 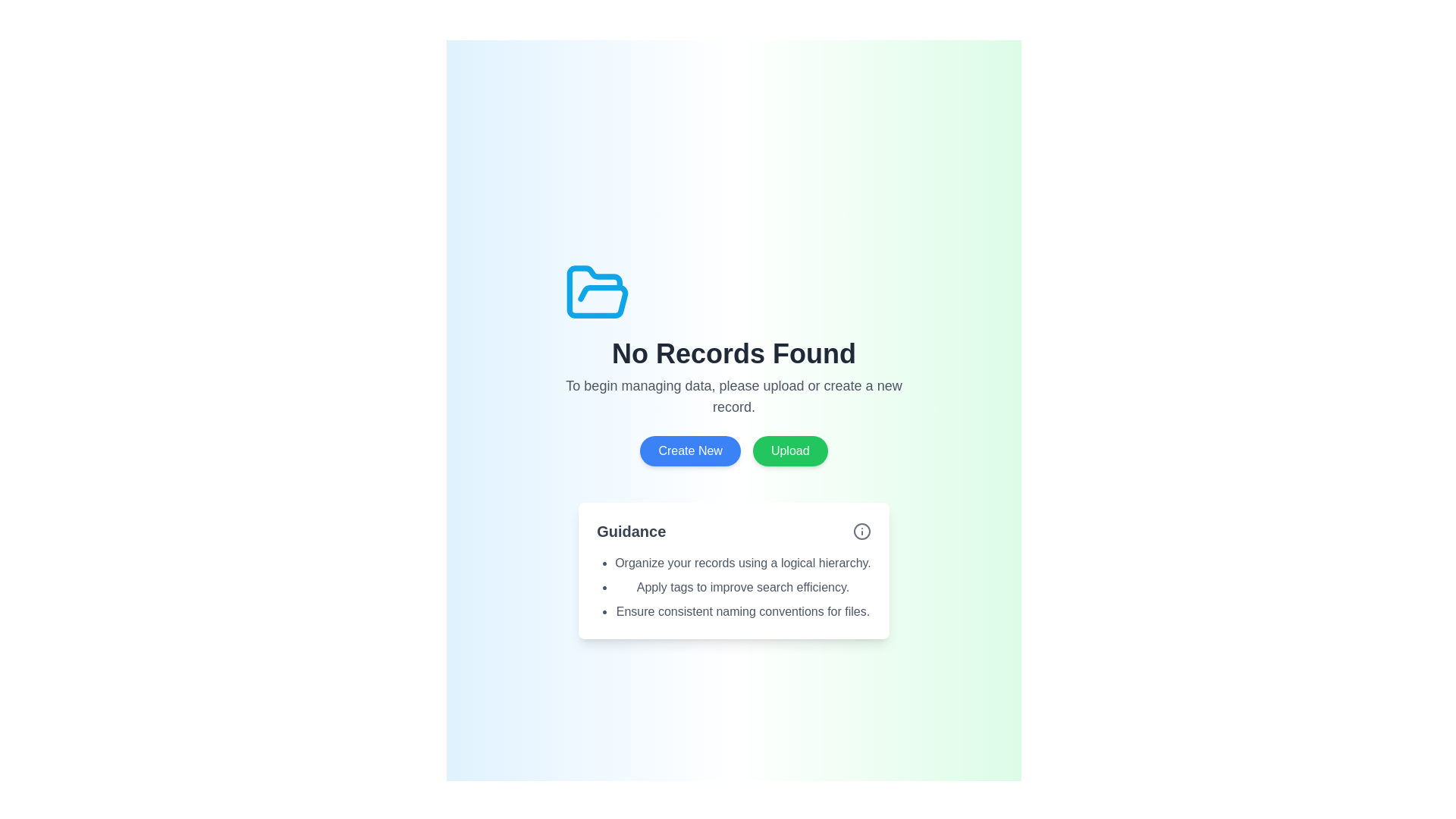 What do you see at coordinates (734, 353) in the screenshot?
I see `message displayed in the bold text label that says 'No Records Found', which is centered in the interface` at bounding box center [734, 353].